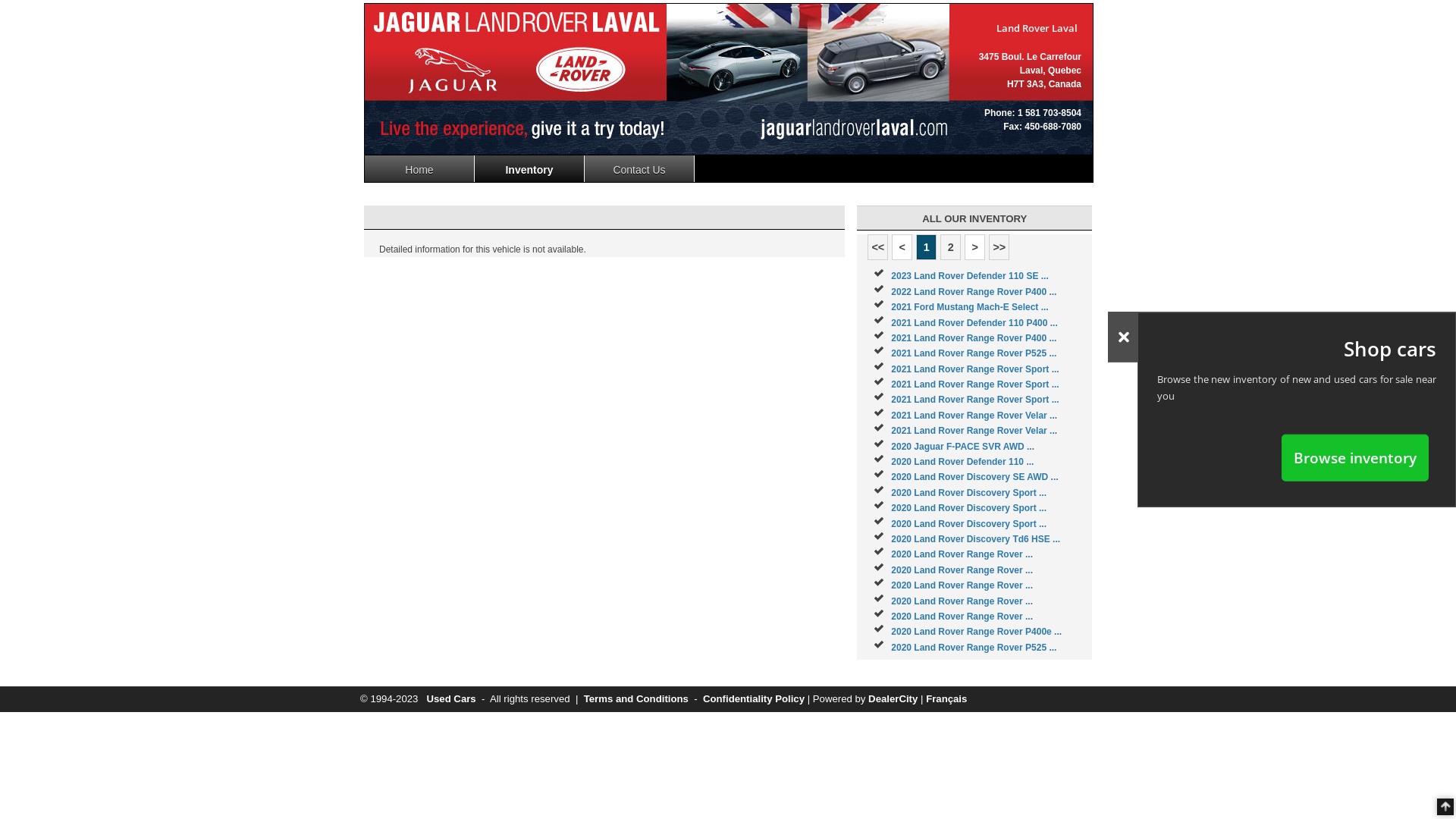  I want to click on '2023 Land Rover Defender 110 SE ...', so click(891, 275).